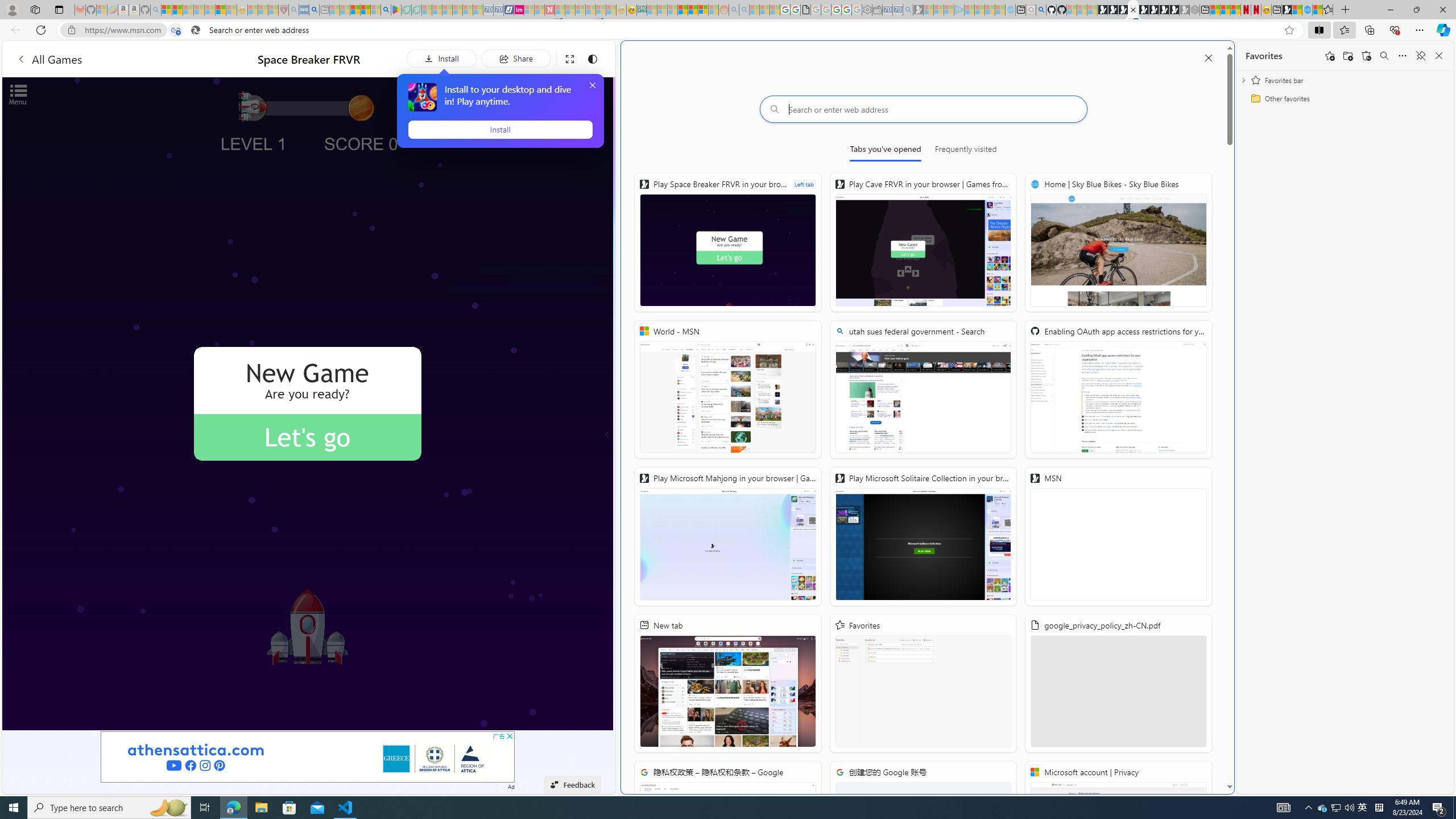 This screenshot has height=819, width=1456. Describe the element at coordinates (923, 388) in the screenshot. I see `'utah sues federal government - Search'` at that location.